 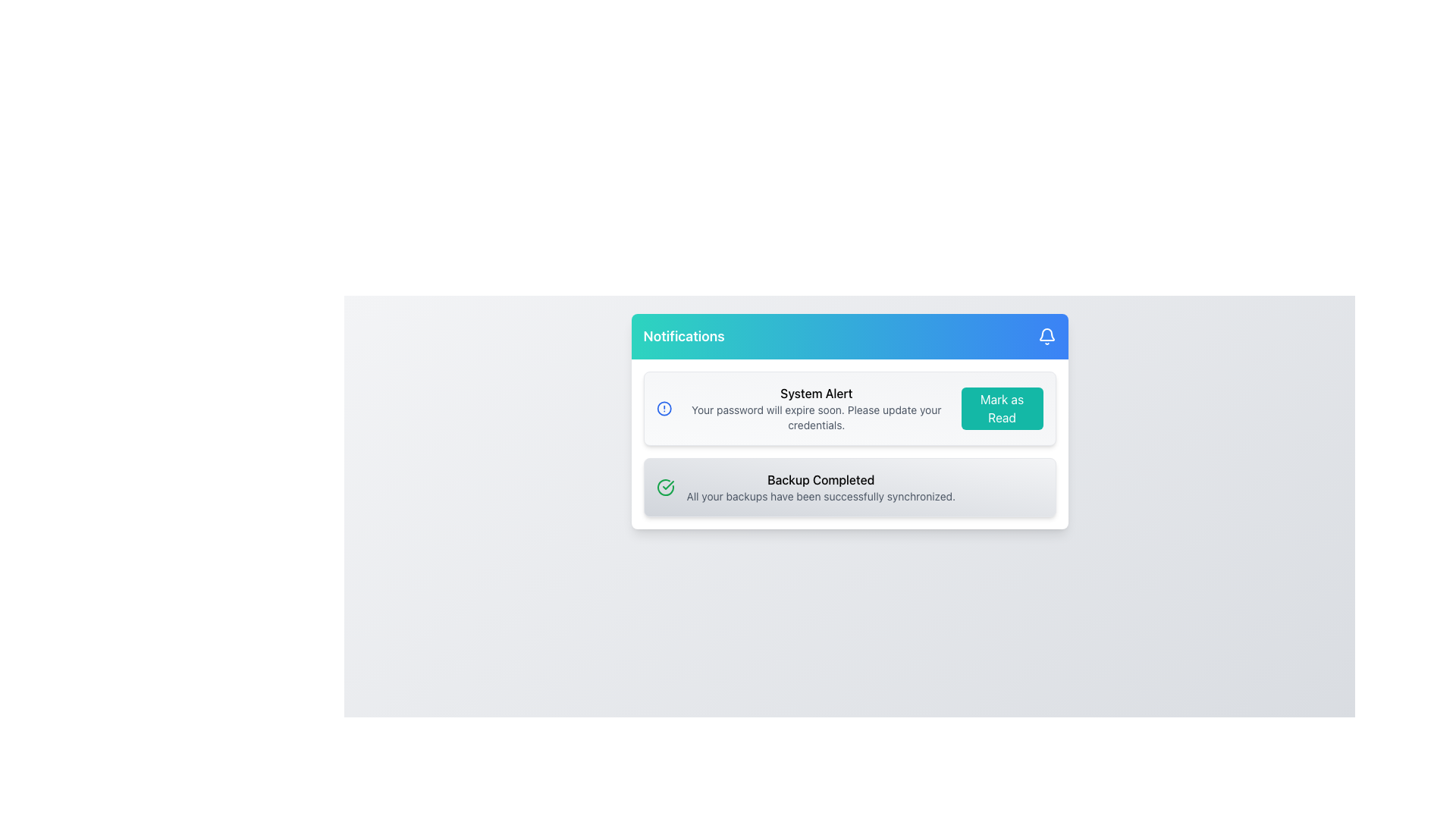 What do you see at coordinates (1046, 334) in the screenshot?
I see `the blue bell-shaped notification icon located in the top-right corner of the notification card` at bounding box center [1046, 334].